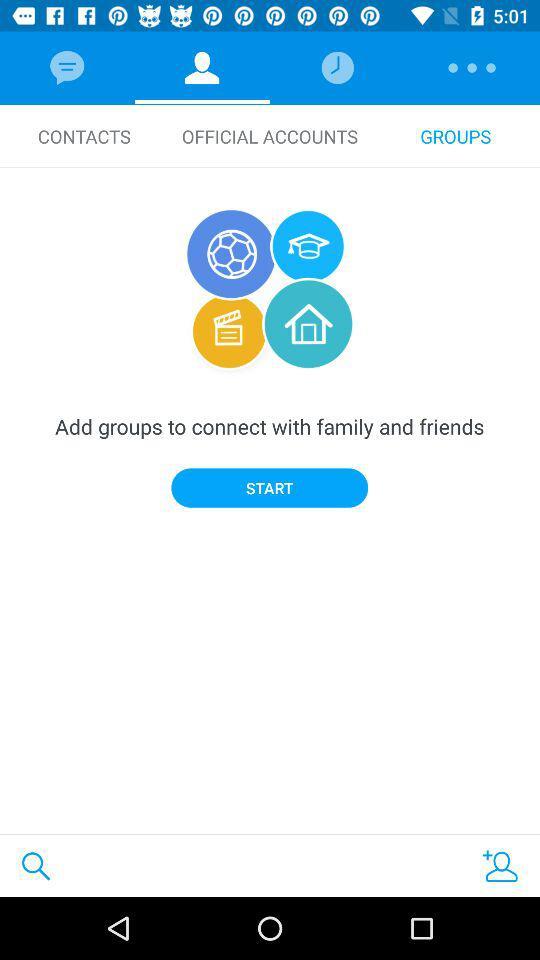 Image resolution: width=540 pixels, height=960 pixels. What do you see at coordinates (83, 135) in the screenshot?
I see `contacts` at bounding box center [83, 135].